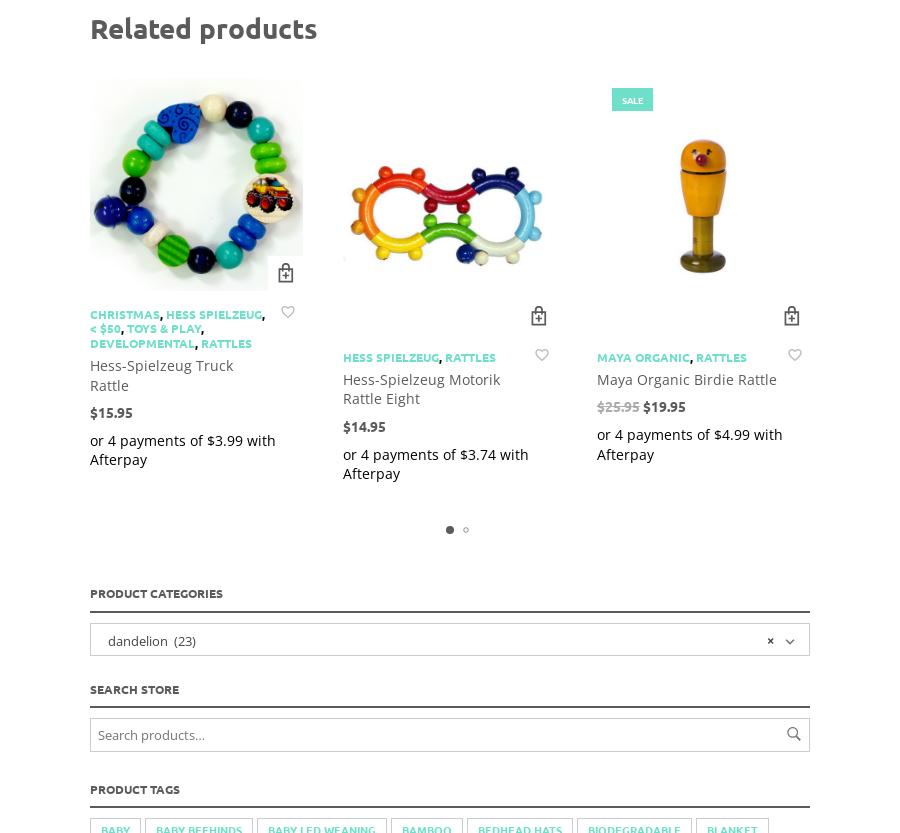  What do you see at coordinates (134, 686) in the screenshot?
I see `'Search Store'` at bounding box center [134, 686].